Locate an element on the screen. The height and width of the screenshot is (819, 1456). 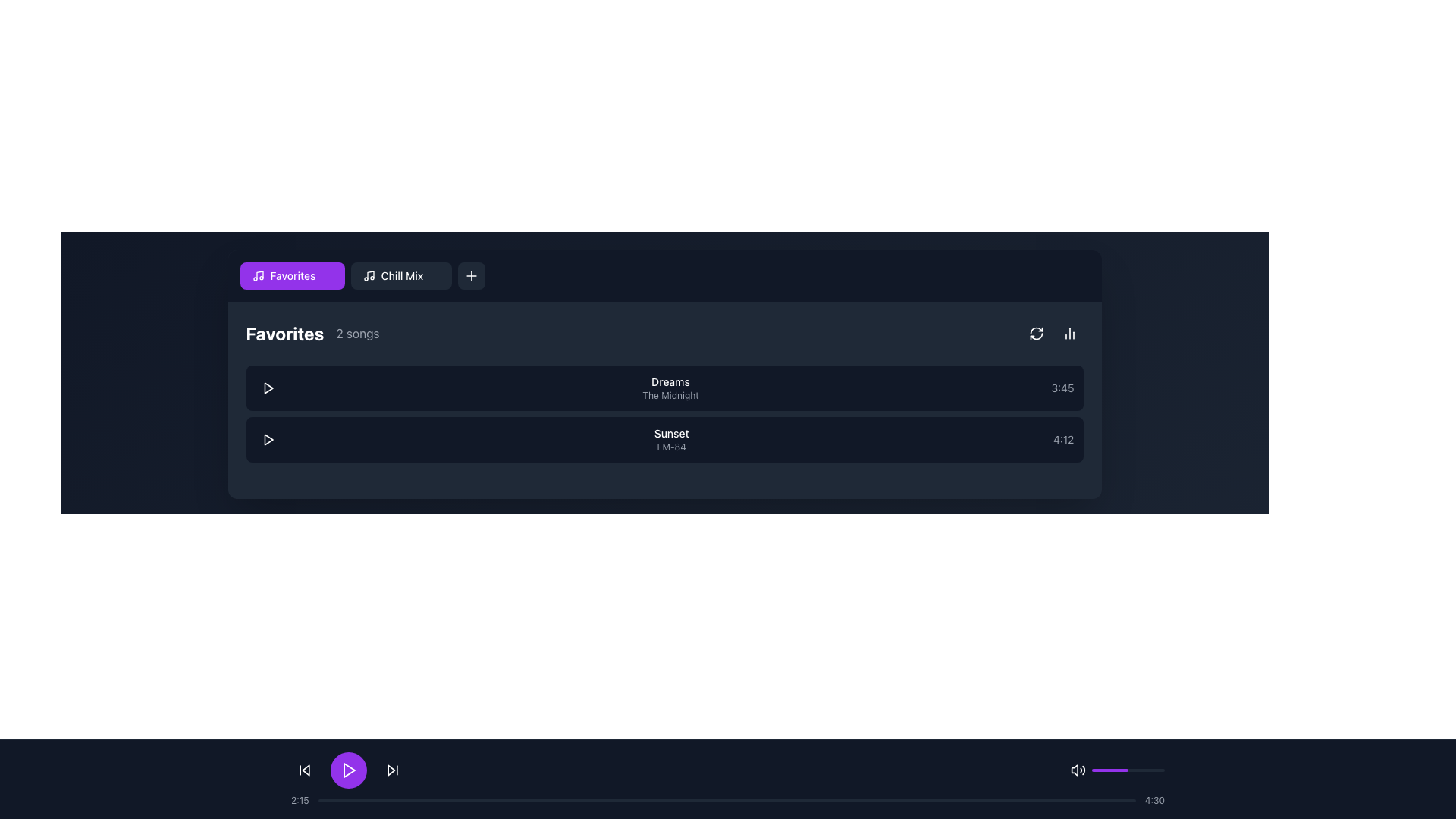
the progress bar is located at coordinates (922, 800).